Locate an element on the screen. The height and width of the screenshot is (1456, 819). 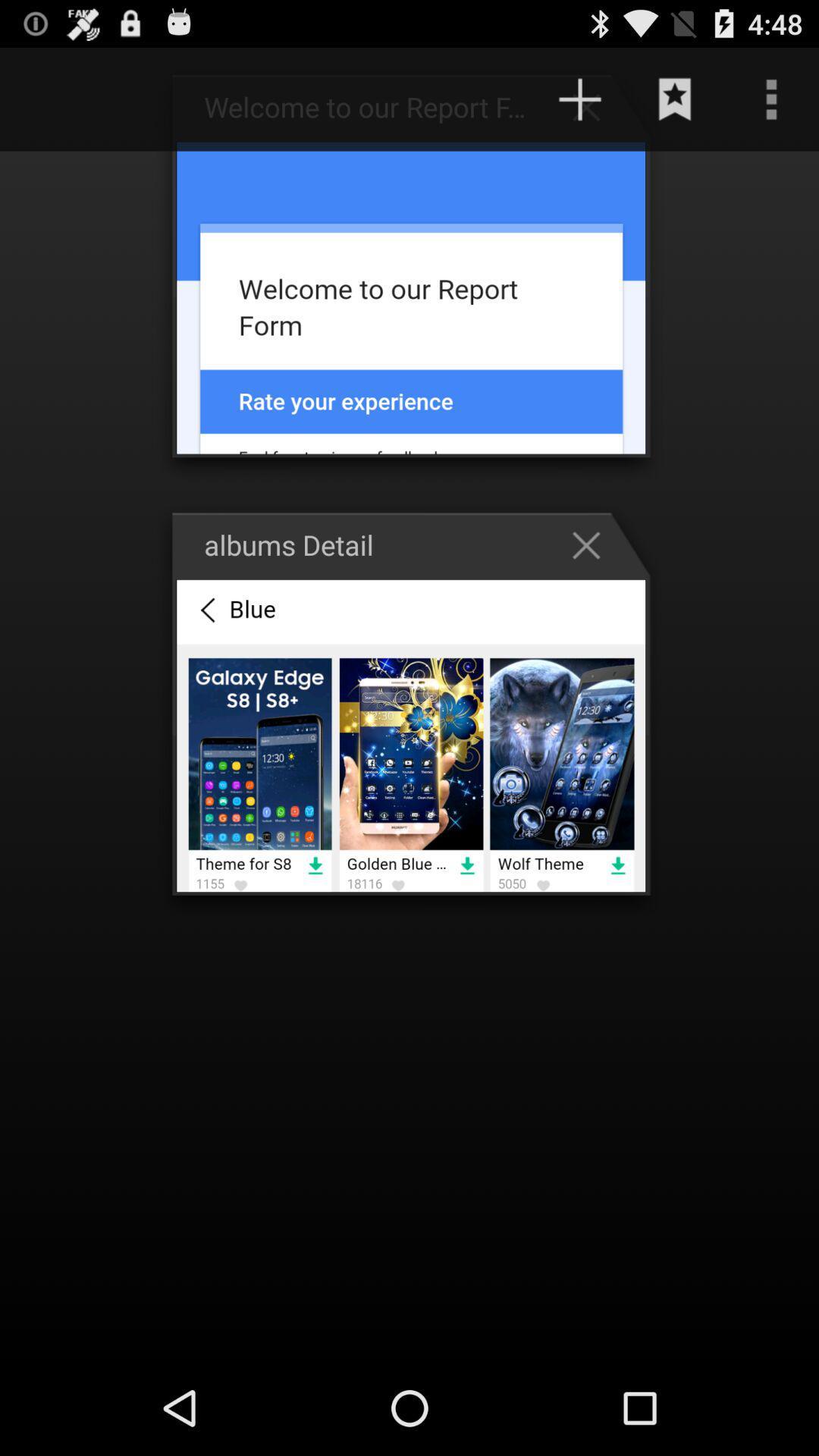
the add icon is located at coordinates (593, 113).